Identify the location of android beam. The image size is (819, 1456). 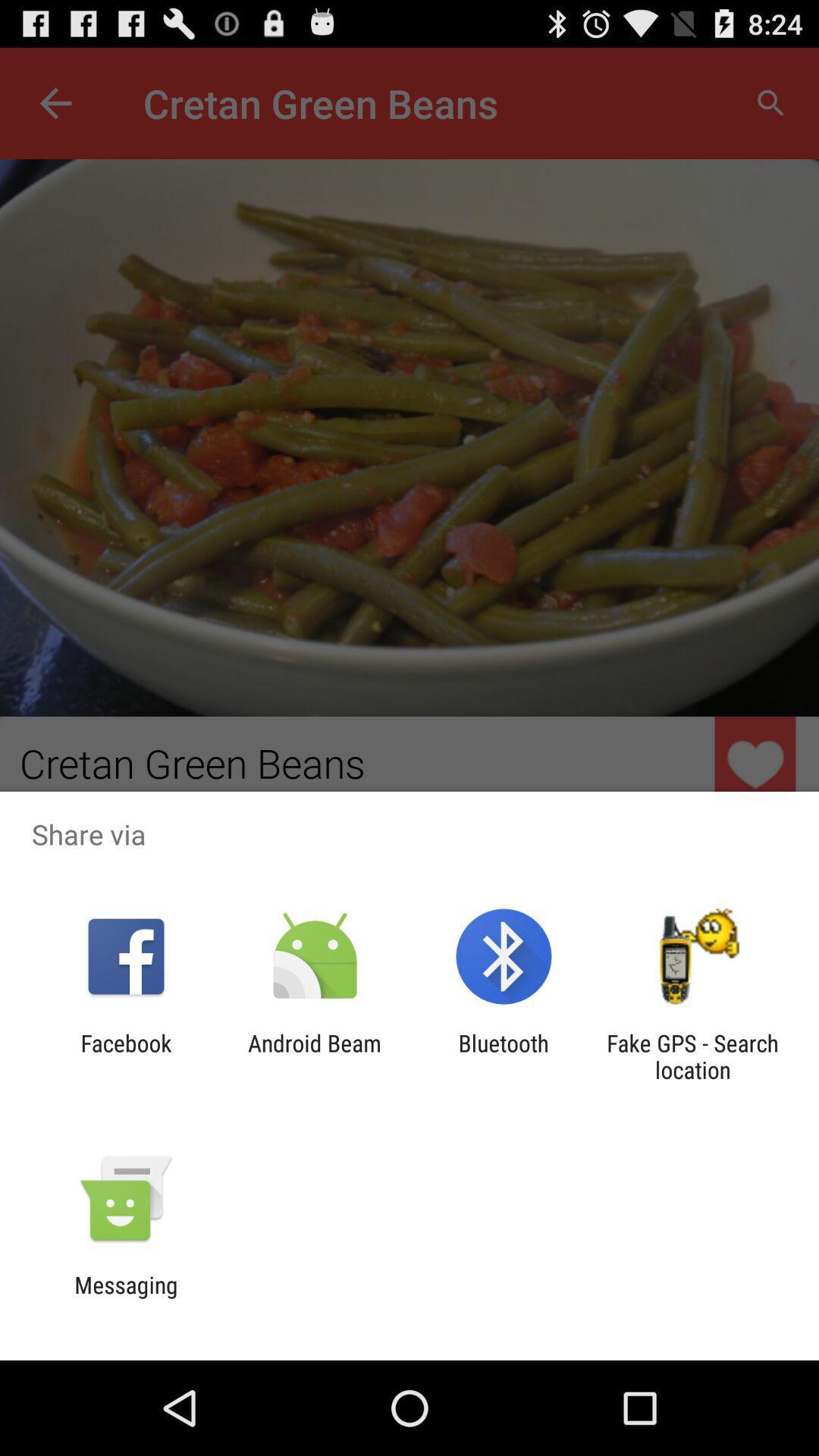
(314, 1056).